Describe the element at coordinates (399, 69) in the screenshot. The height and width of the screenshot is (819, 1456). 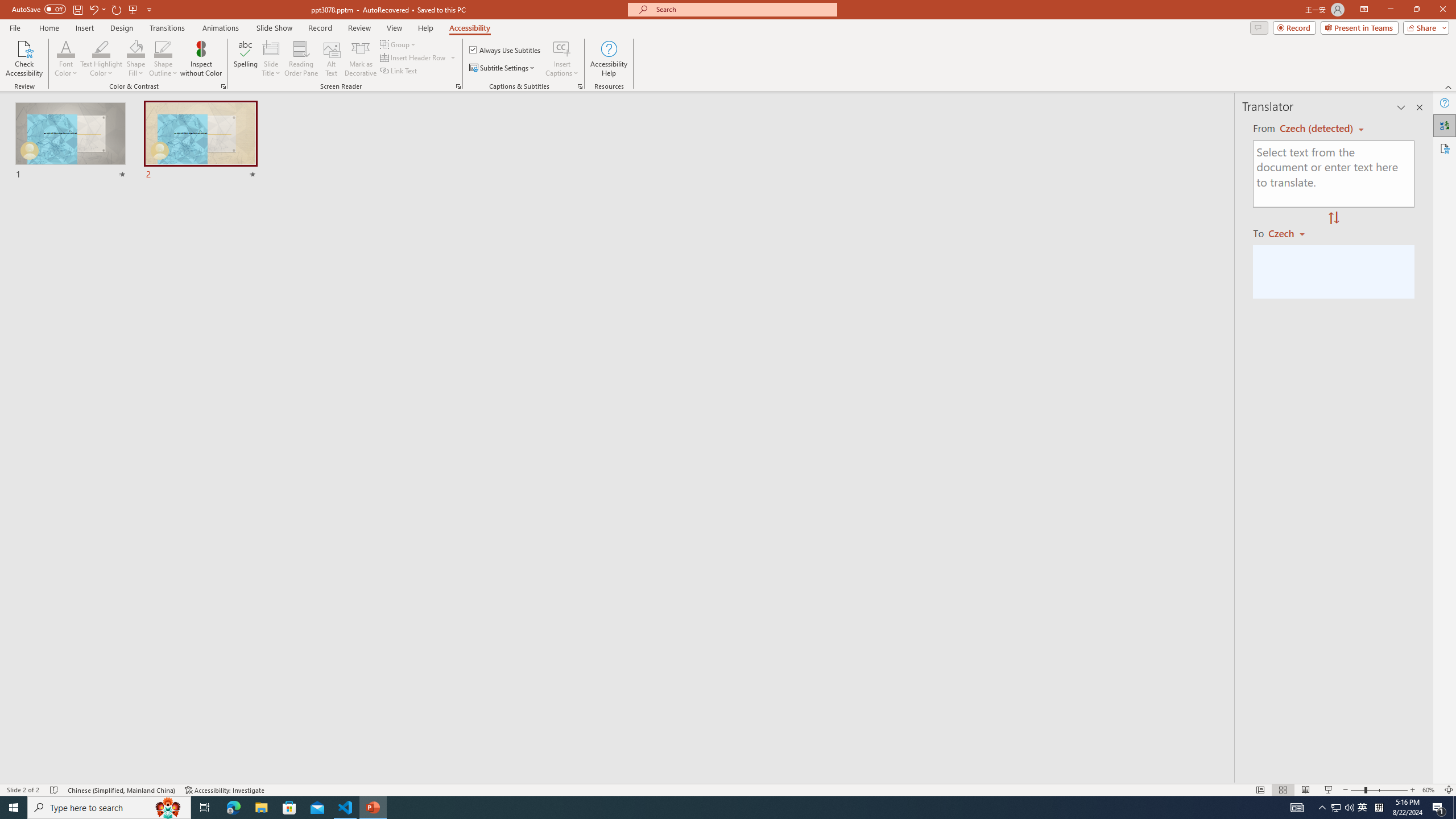
I see `'Link Text'` at that location.